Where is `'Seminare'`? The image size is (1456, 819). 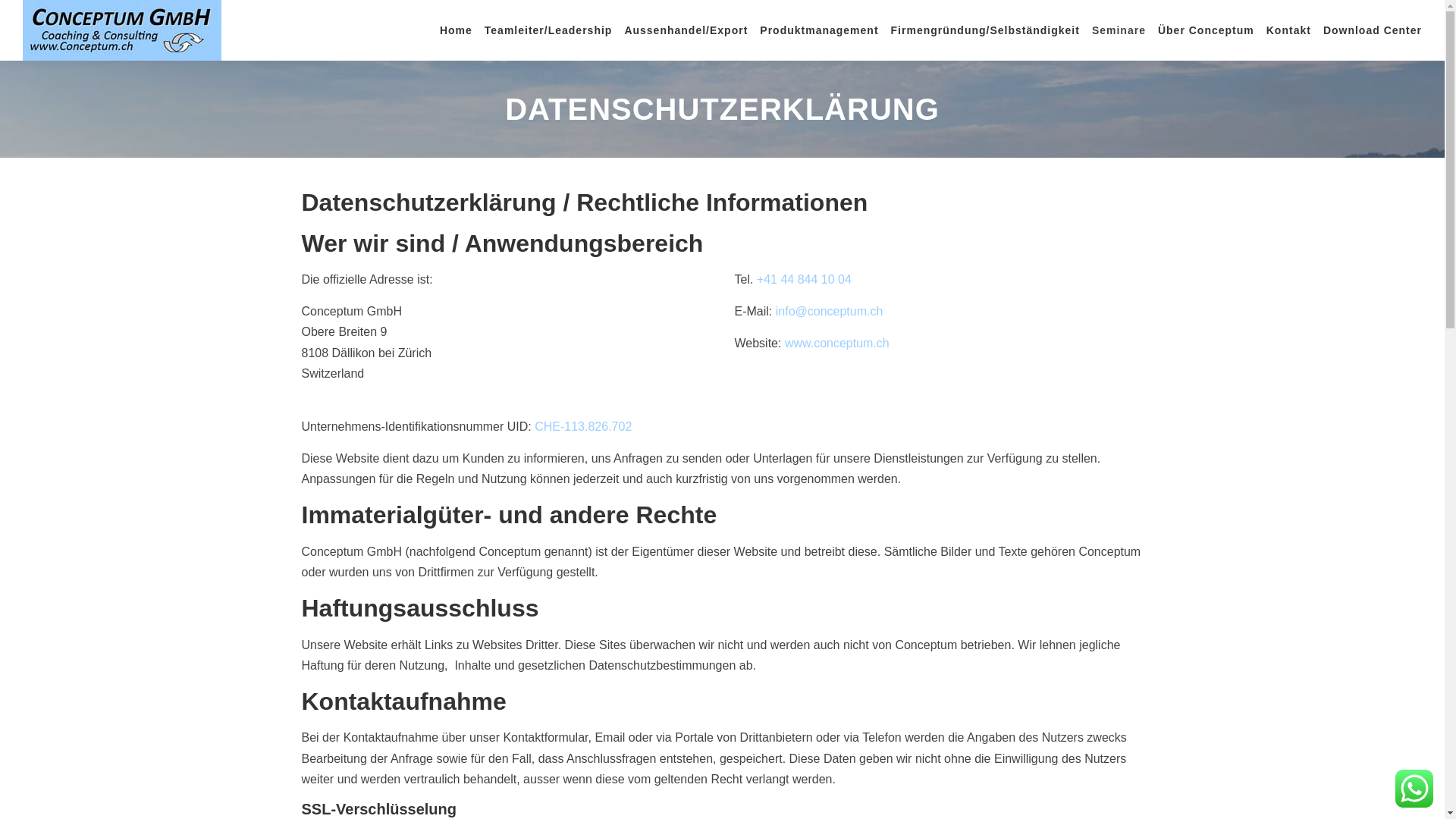
'Seminare' is located at coordinates (1119, 30).